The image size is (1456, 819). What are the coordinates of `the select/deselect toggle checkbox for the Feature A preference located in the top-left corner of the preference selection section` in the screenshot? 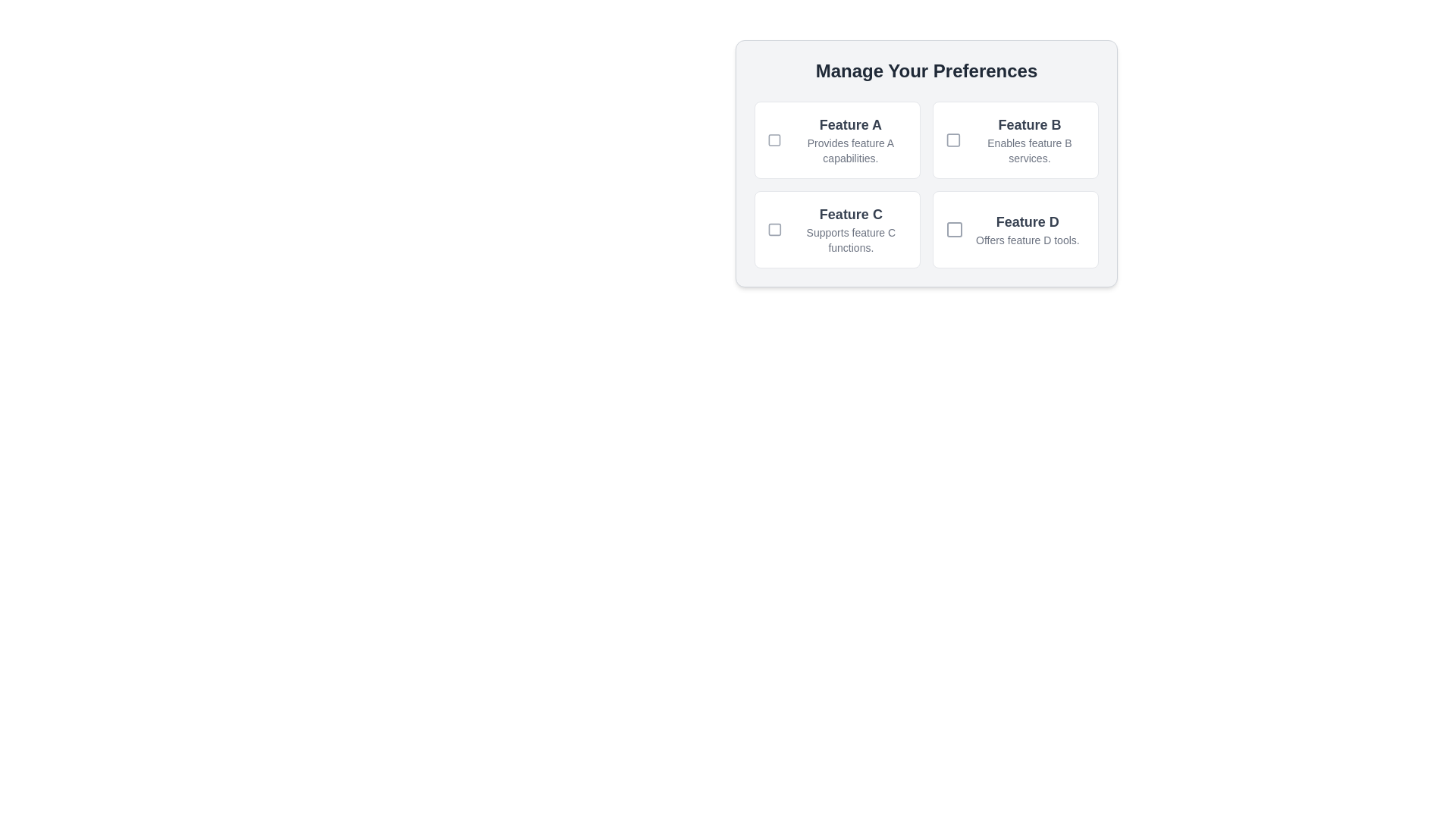 It's located at (774, 140).